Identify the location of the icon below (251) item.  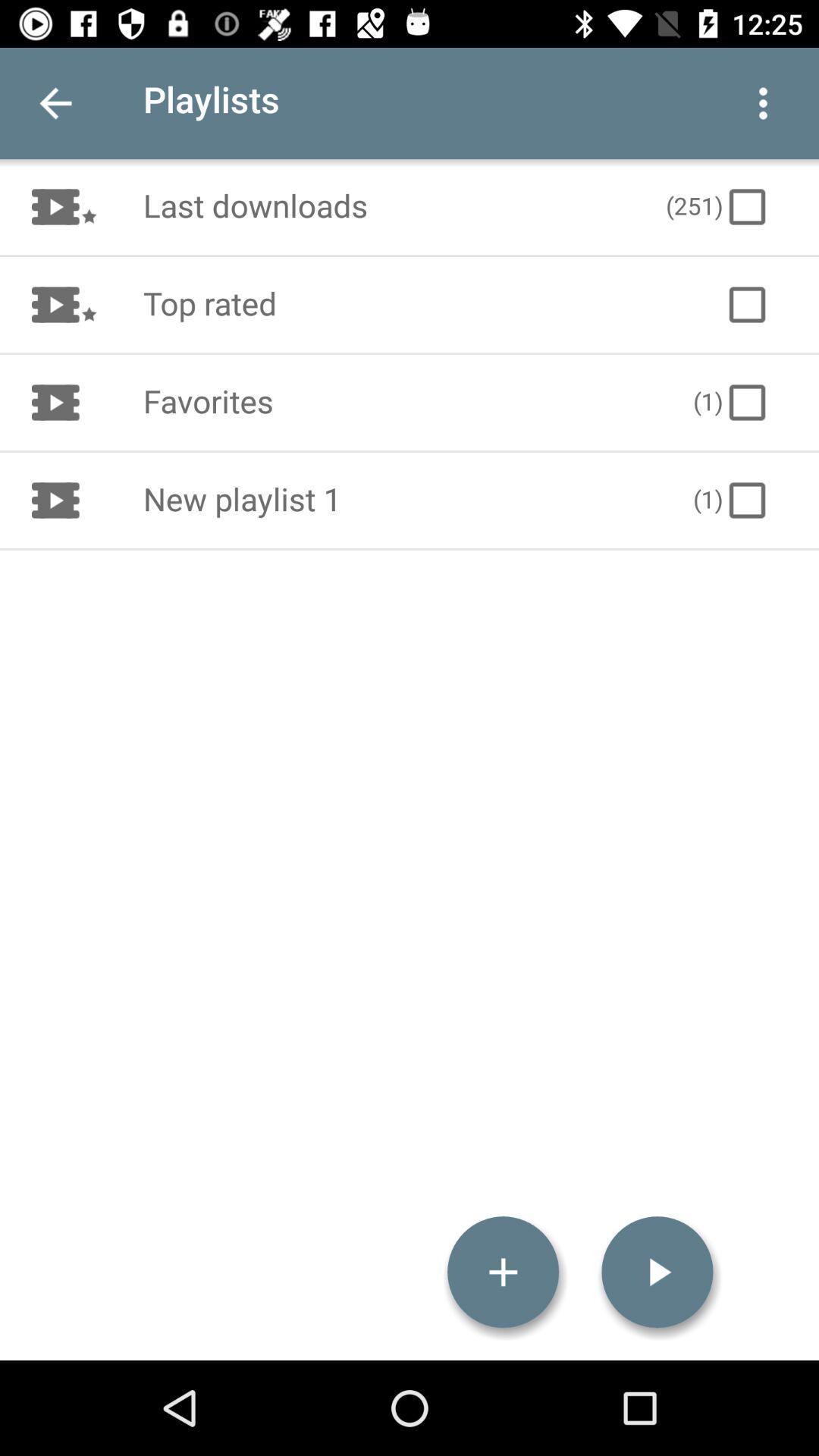
(746, 304).